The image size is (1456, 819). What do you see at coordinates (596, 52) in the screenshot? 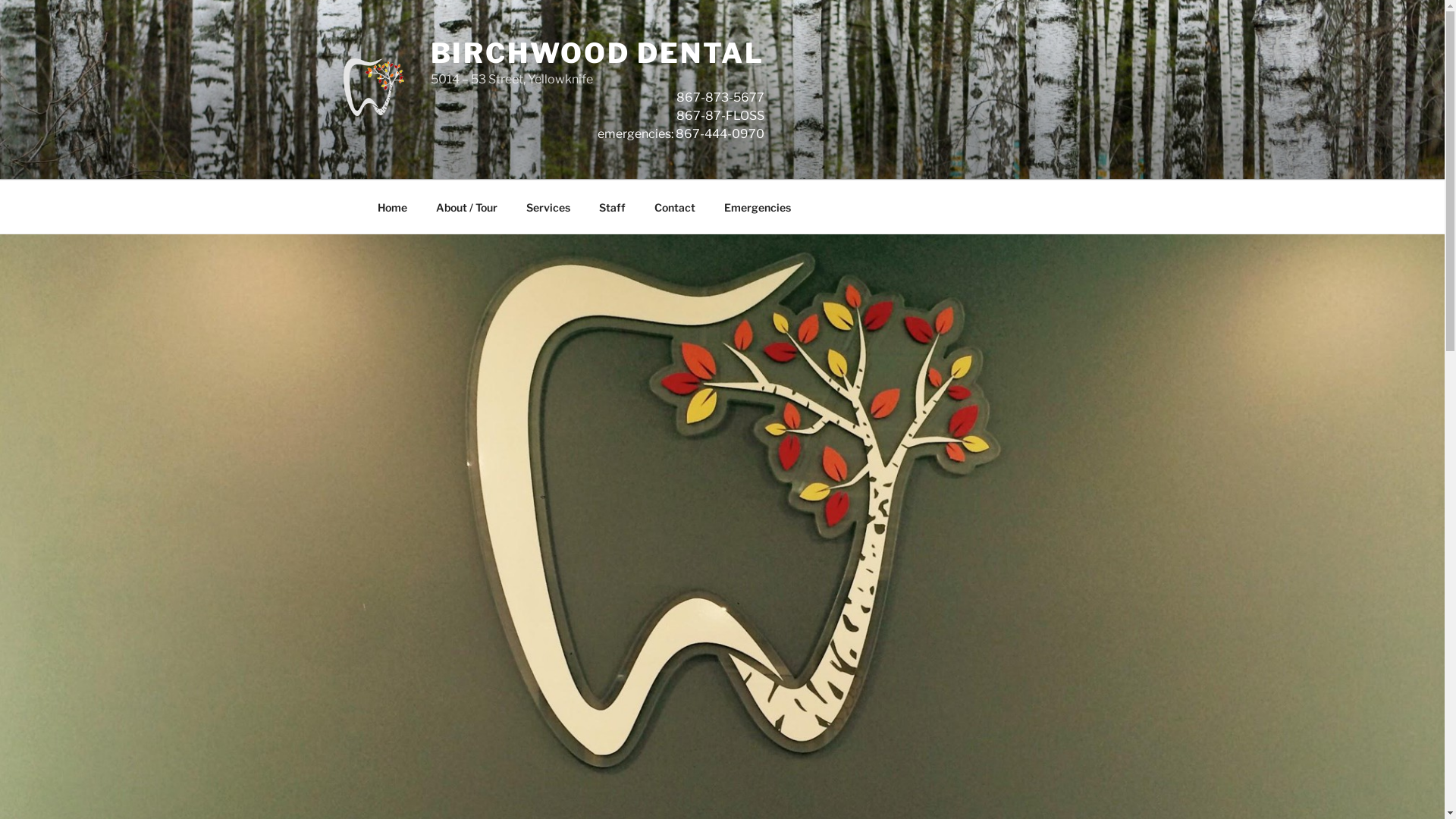
I see `'BIRCHWOOD DENTAL'` at bounding box center [596, 52].